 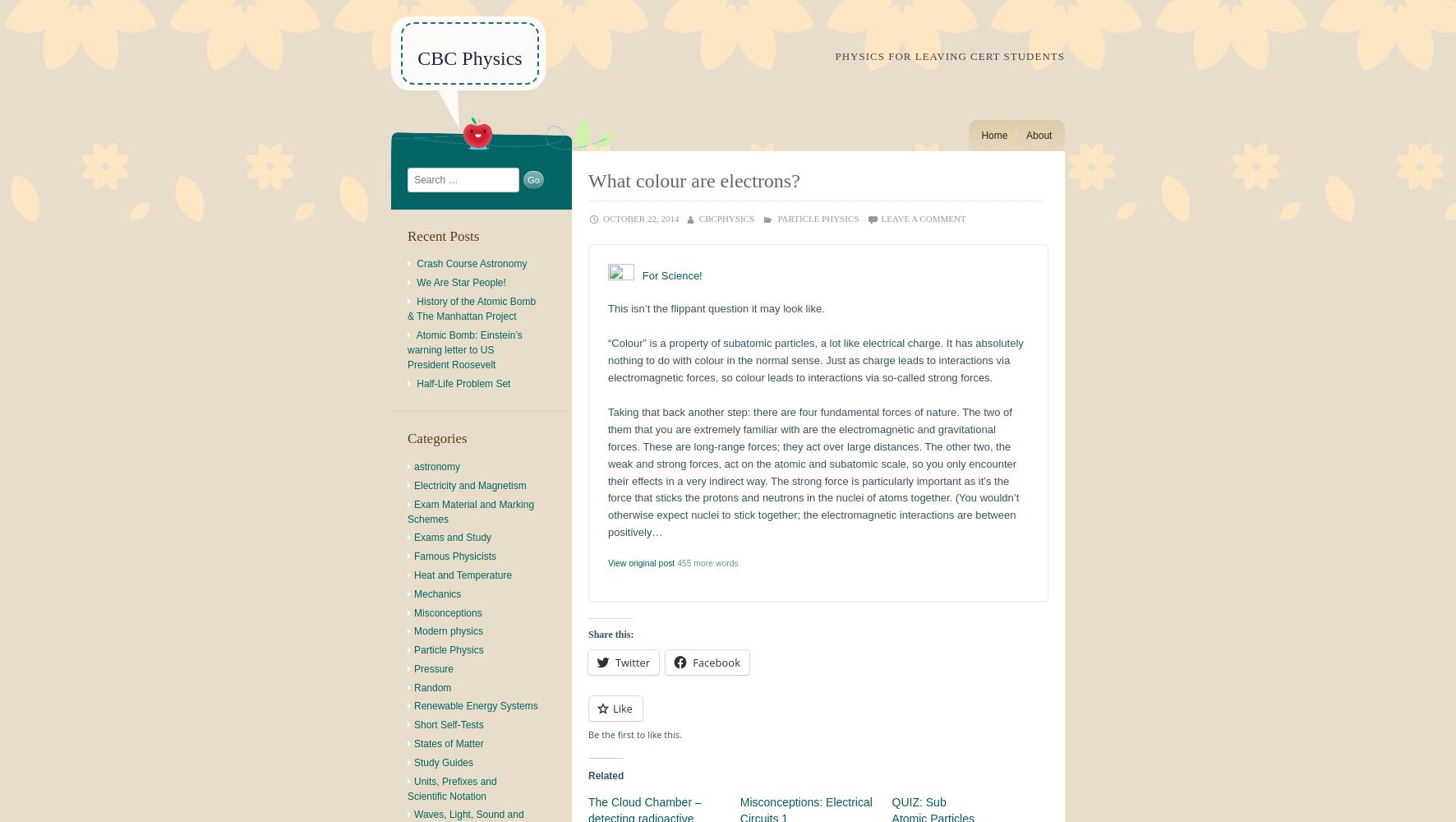 What do you see at coordinates (422, 173) in the screenshot?
I see `'Search'` at bounding box center [422, 173].